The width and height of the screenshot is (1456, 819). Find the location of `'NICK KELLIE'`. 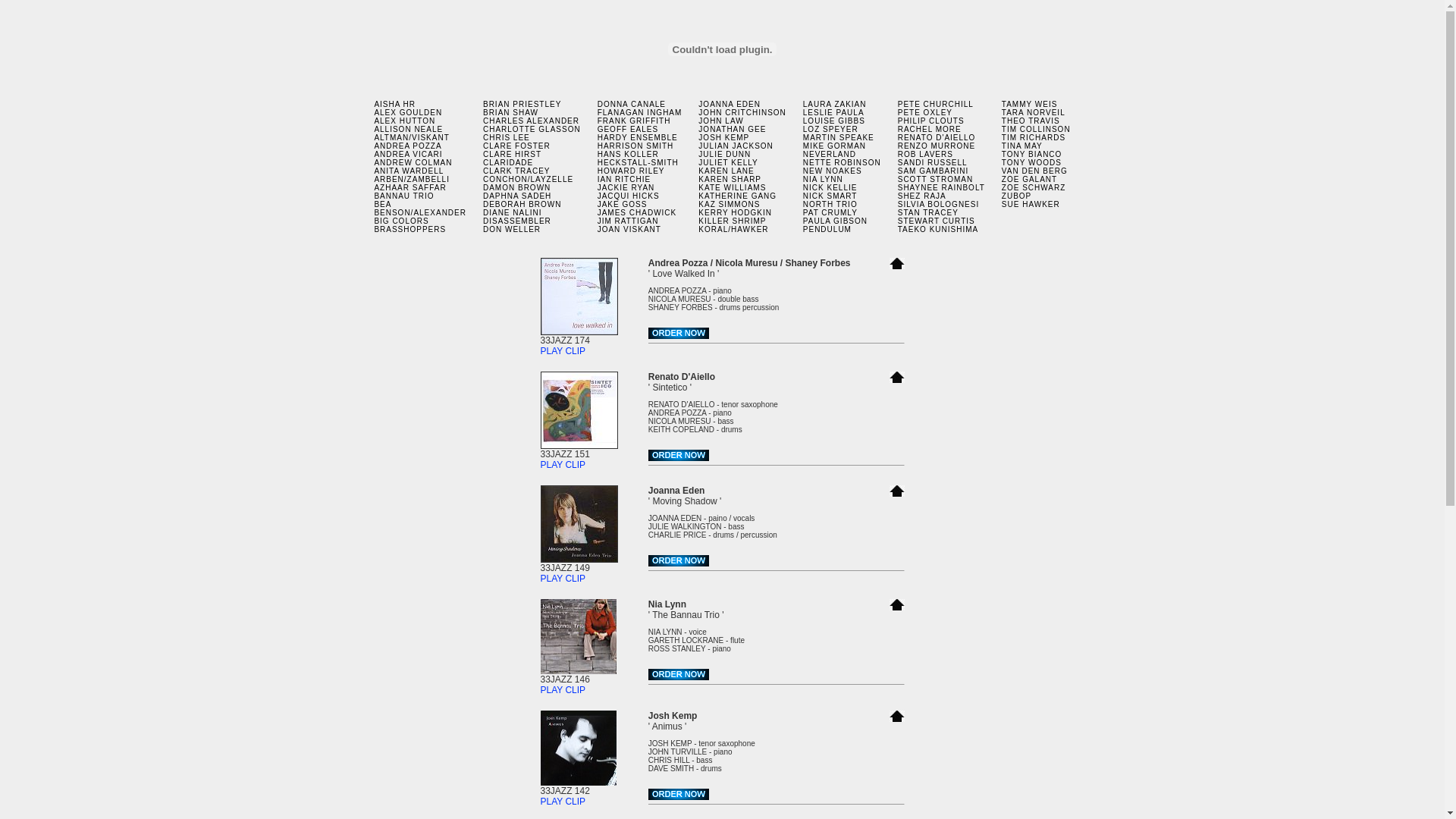

'NICK KELLIE' is located at coordinates (829, 187).